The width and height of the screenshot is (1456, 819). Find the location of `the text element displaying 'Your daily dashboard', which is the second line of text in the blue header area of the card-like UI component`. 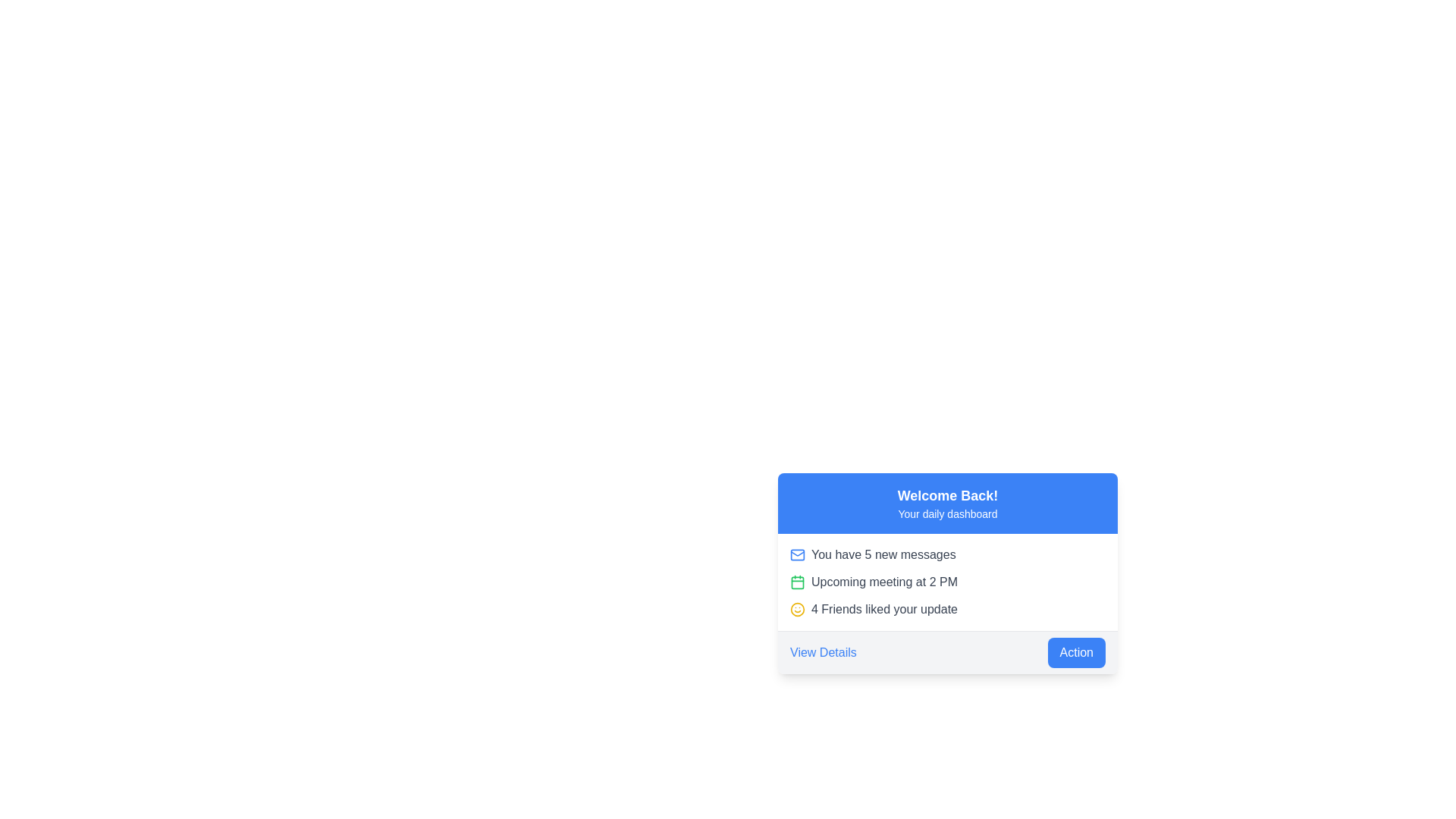

the text element displaying 'Your daily dashboard', which is the second line of text in the blue header area of the card-like UI component is located at coordinates (946, 513).